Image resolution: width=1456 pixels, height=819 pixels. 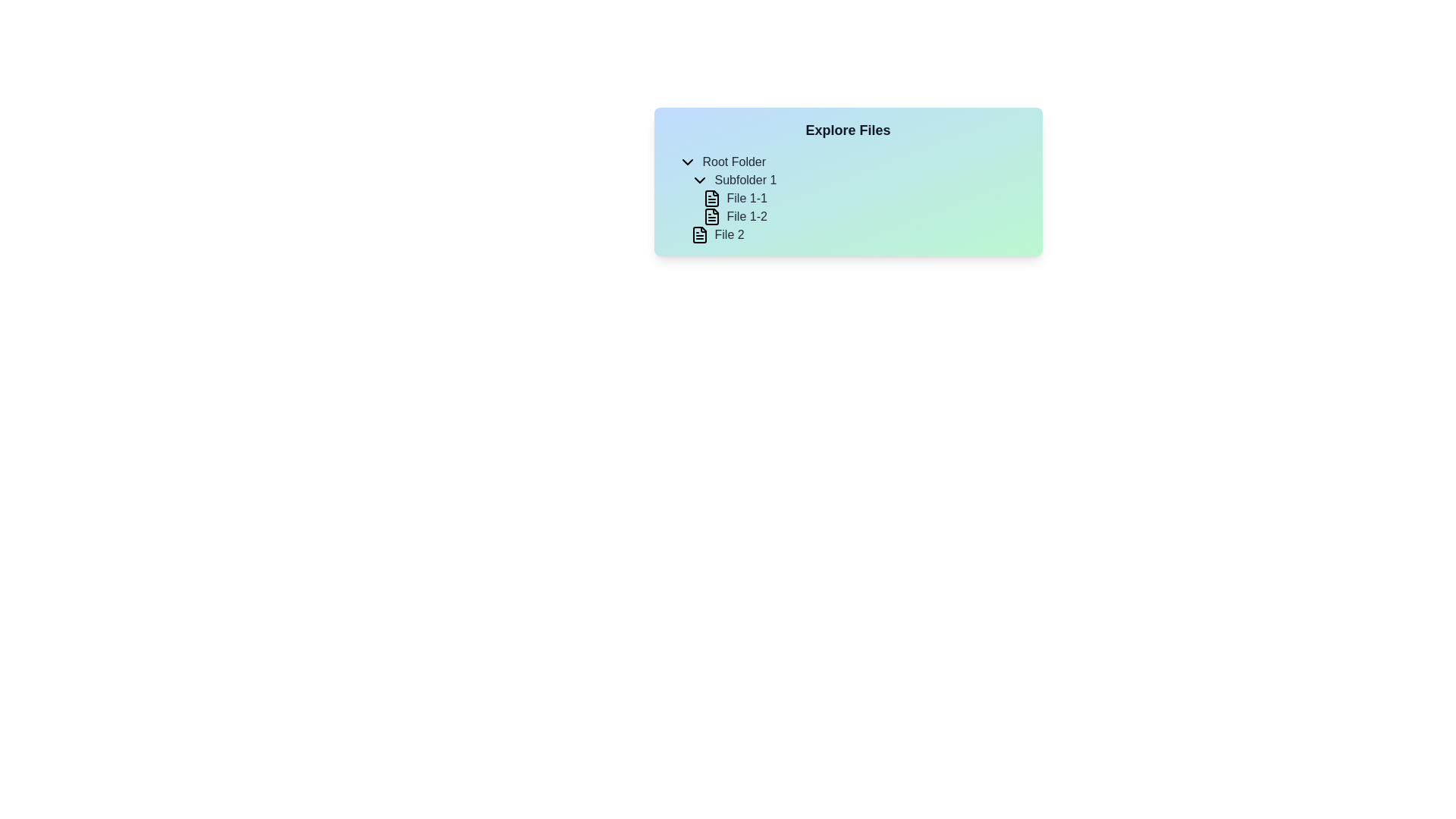 I want to click on the vector graphic icon representing 'File 1-2', located in the sidebar under 'Subfolder 1' and 'Root Folder', so click(x=711, y=216).